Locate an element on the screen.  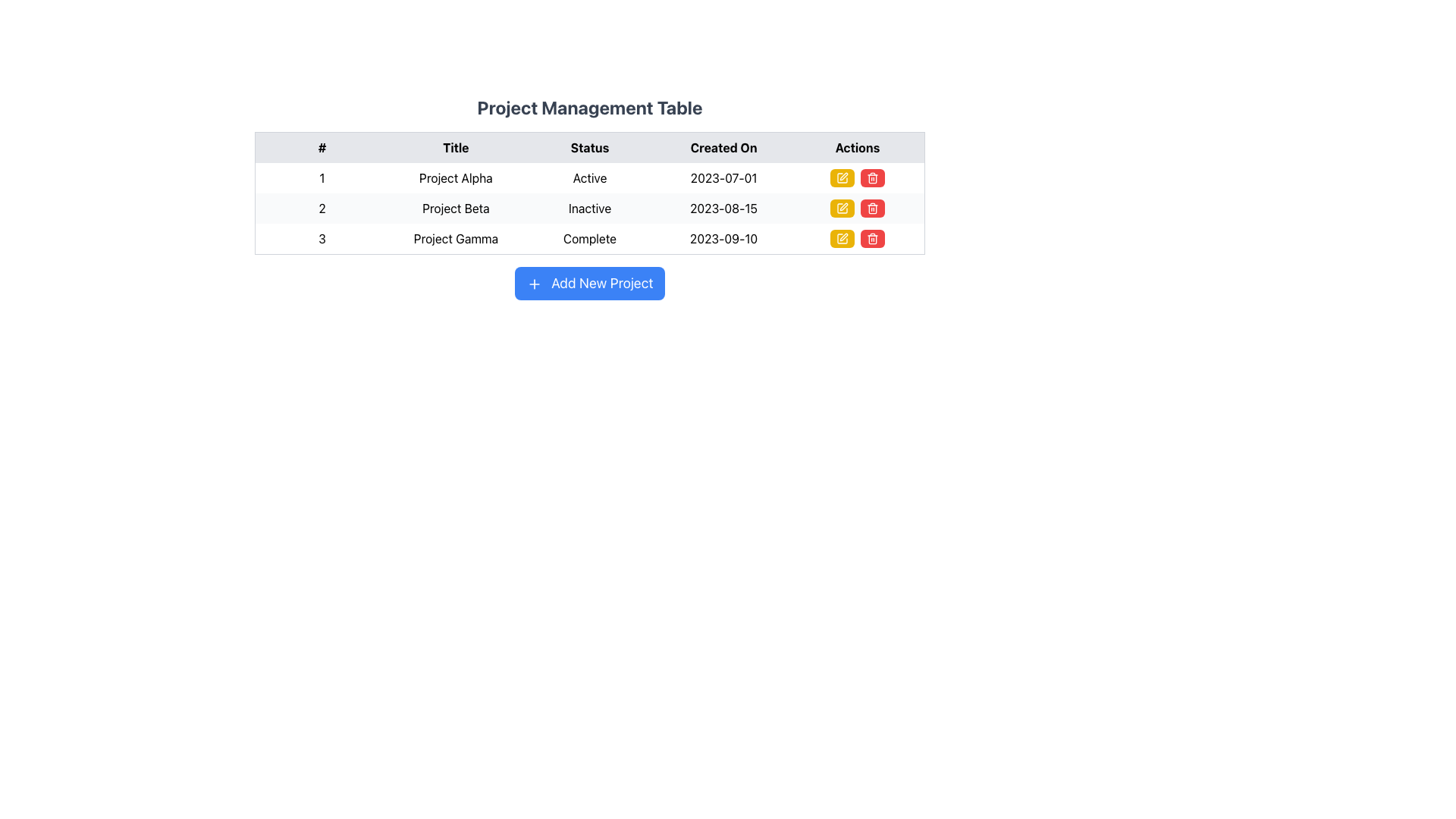
the status indicator text label for 'Project Gamma' located in the third row and third column of the table is located at coordinates (588, 239).